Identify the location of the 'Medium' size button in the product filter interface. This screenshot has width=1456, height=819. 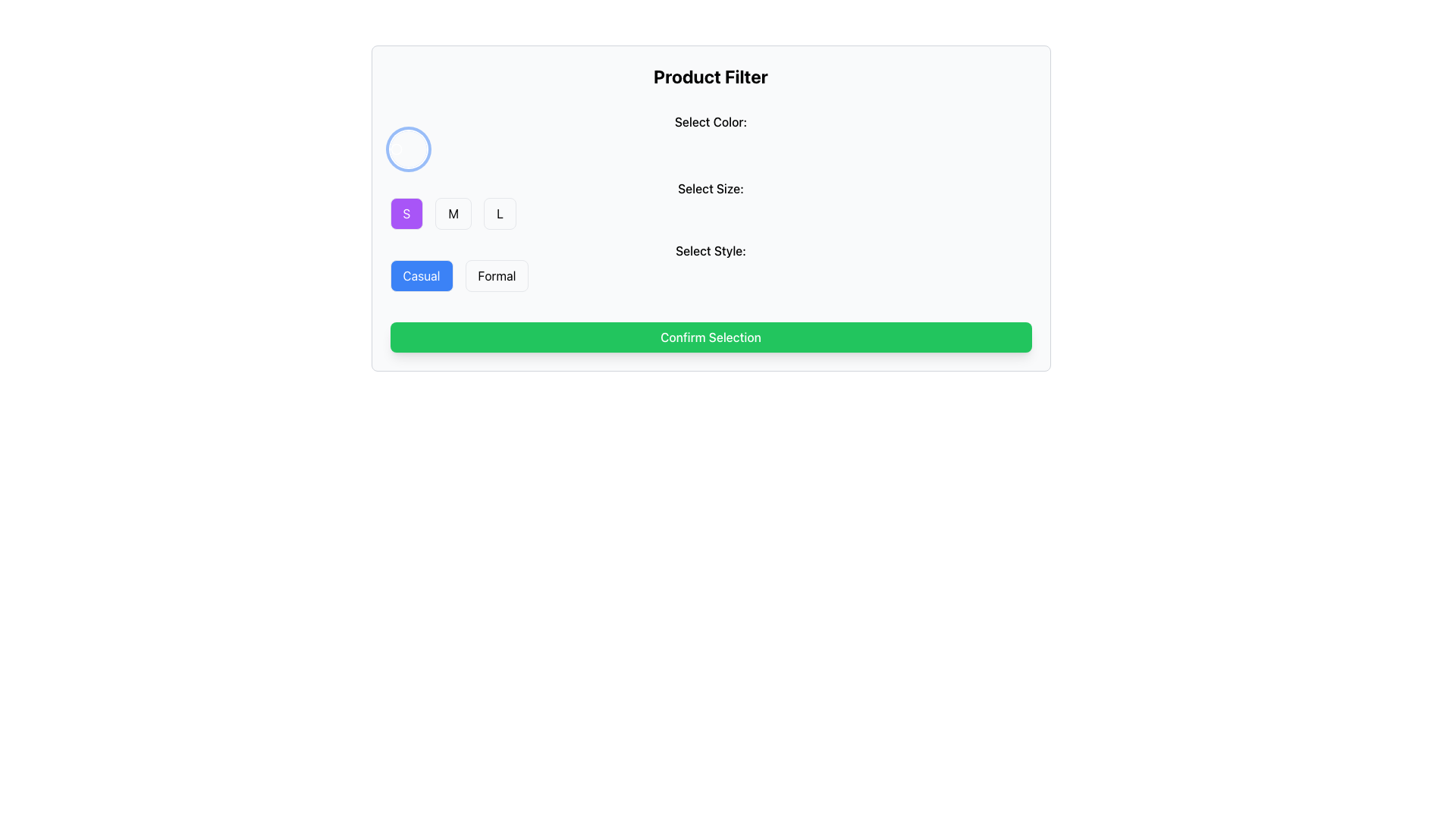
(453, 213).